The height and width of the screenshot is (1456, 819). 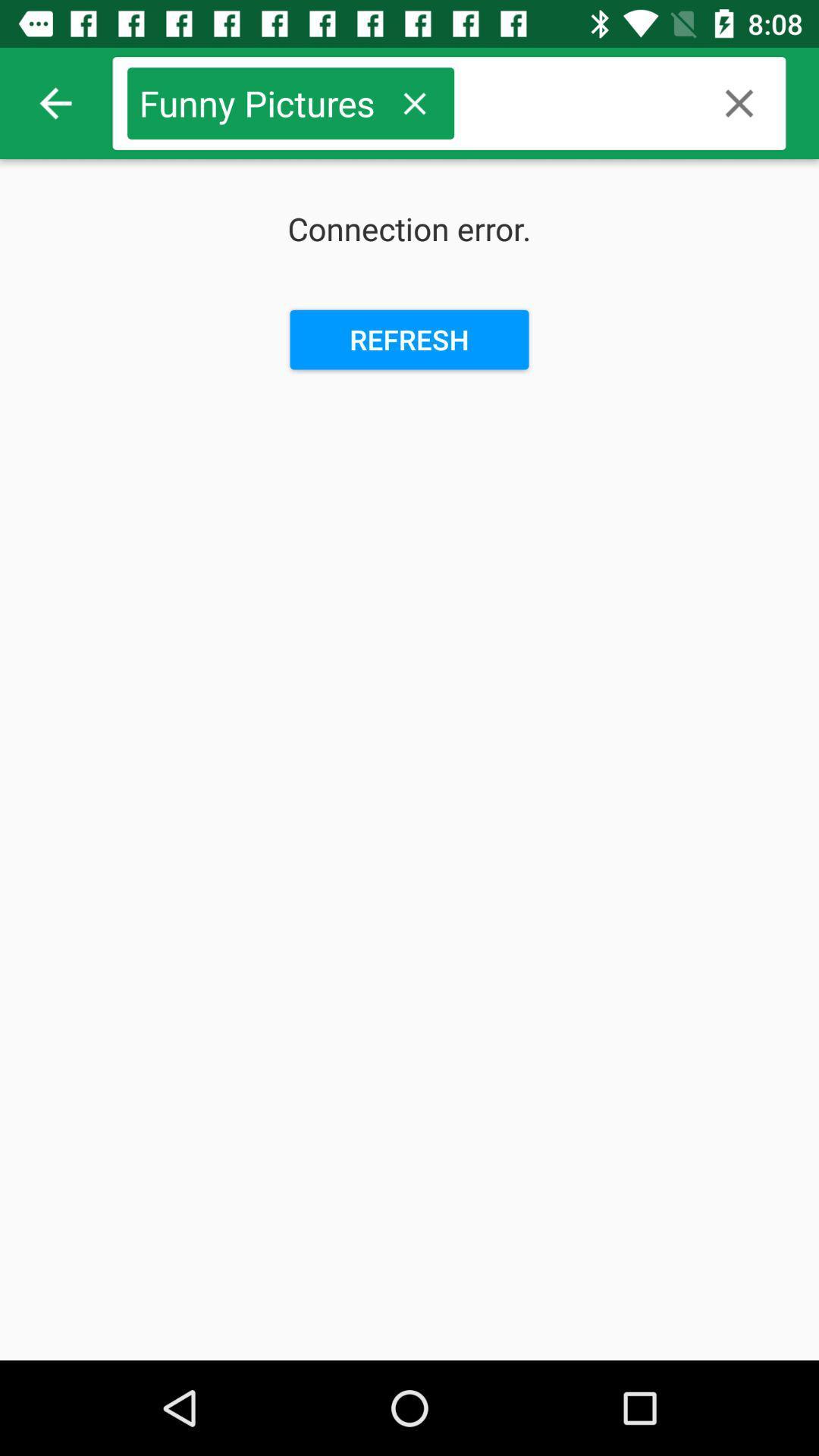 What do you see at coordinates (409, 339) in the screenshot?
I see `refresh icon` at bounding box center [409, 339].